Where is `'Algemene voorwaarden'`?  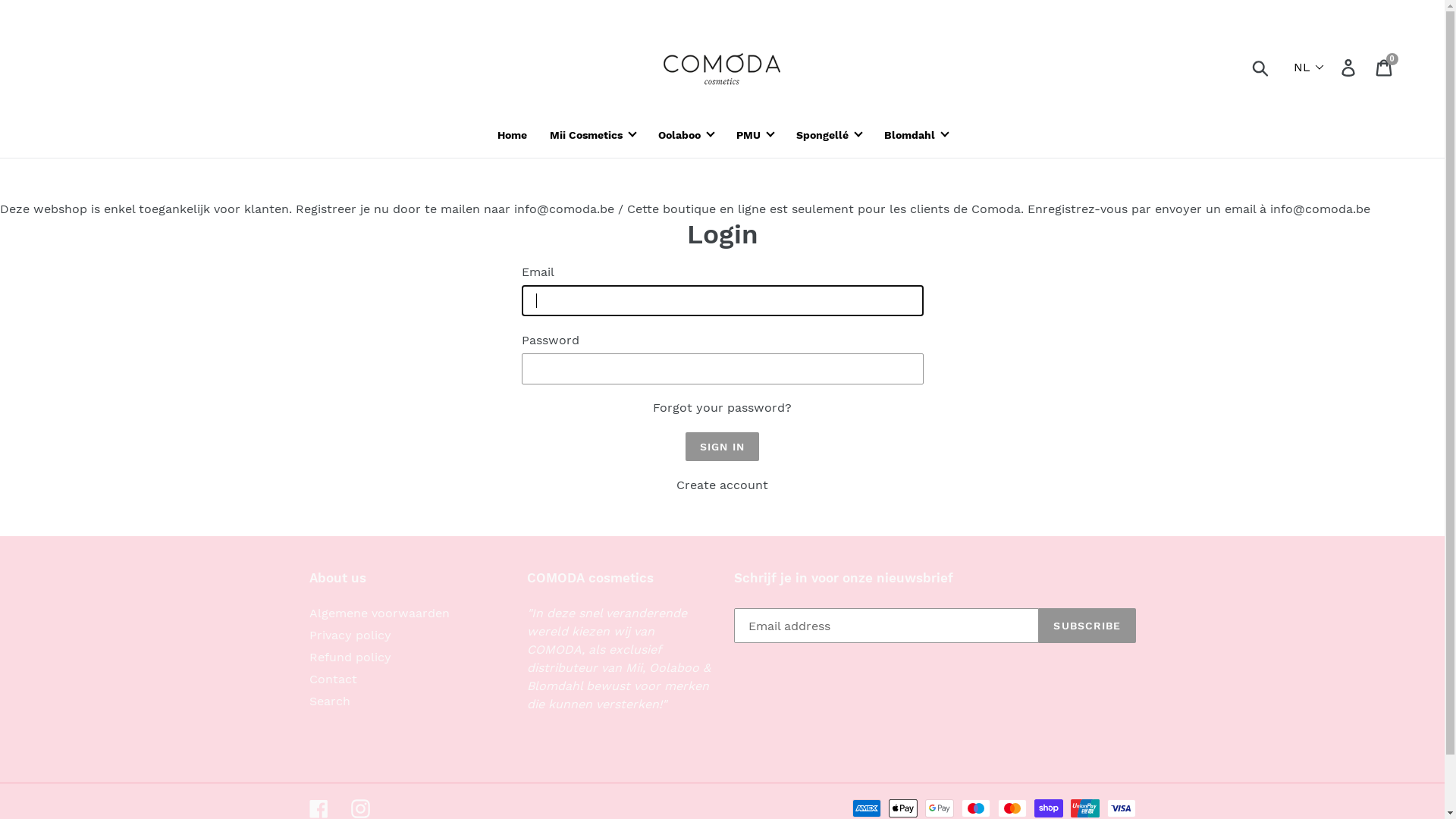 'Algemene voorwaarden' is located at coordinates (379, 612).